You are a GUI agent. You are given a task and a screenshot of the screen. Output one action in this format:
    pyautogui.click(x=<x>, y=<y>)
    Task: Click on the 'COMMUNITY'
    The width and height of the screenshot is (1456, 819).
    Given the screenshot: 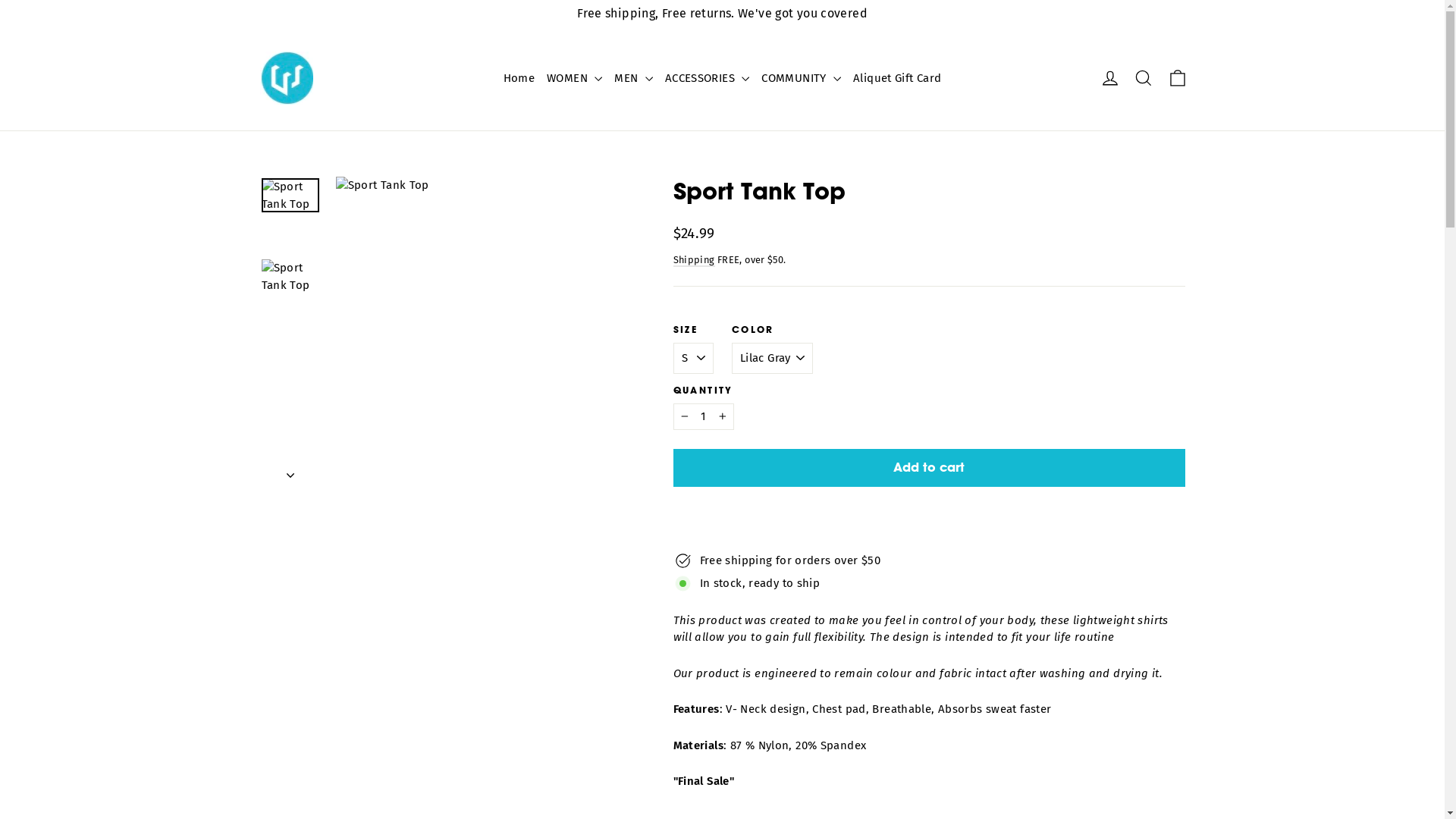 What is the action you would take?
    pyautogui.click(x=800, y=78)
    